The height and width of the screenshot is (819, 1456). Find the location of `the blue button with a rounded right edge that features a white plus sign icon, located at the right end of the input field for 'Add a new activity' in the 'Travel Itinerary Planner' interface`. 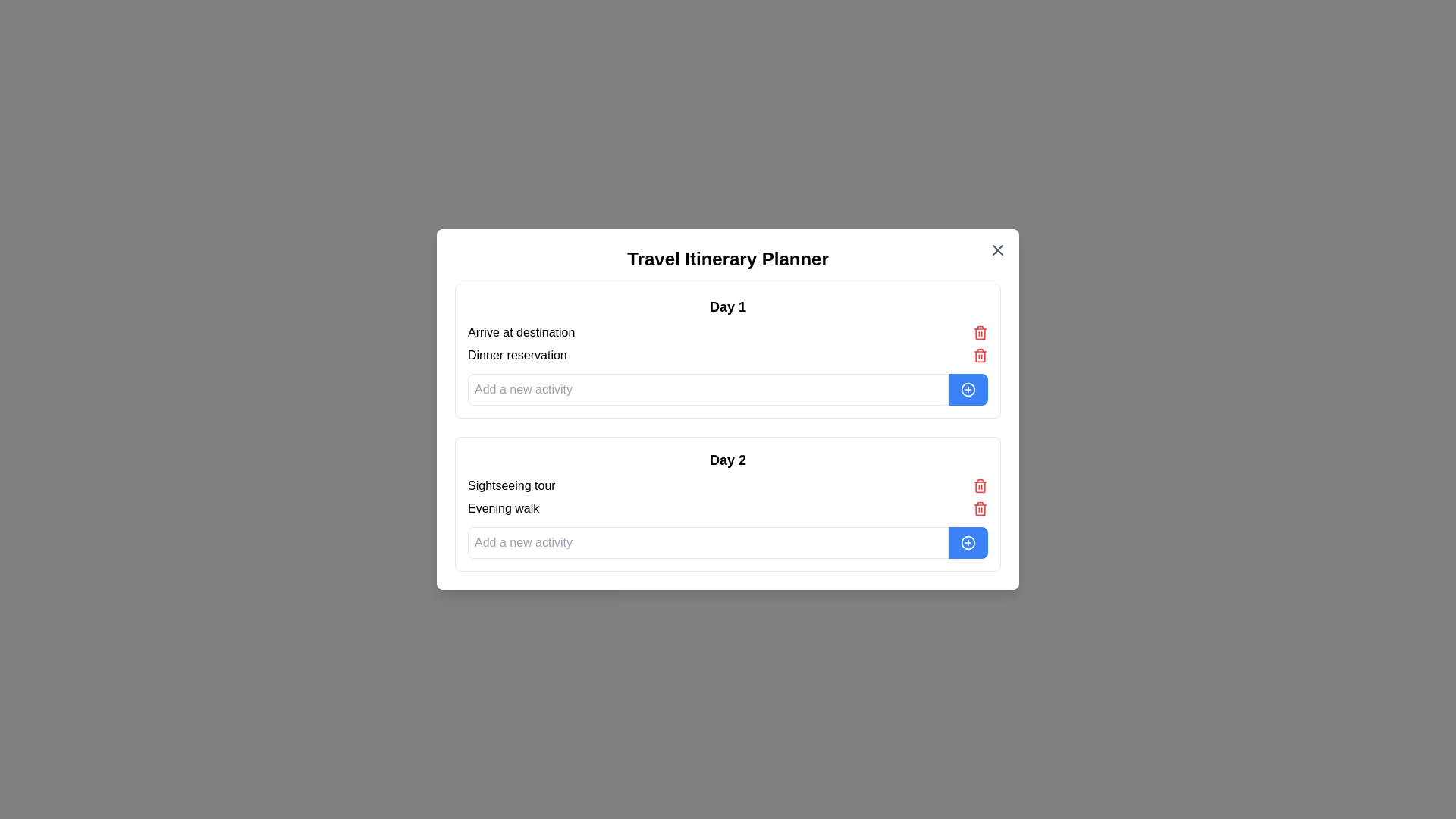

the blue button with a rounded right edge that features a white plus sign icon, located at the right end of the input field for 'Add a new activity' in the 'Travel Itinerary Planner' interface is located at coordinates (967, 542).